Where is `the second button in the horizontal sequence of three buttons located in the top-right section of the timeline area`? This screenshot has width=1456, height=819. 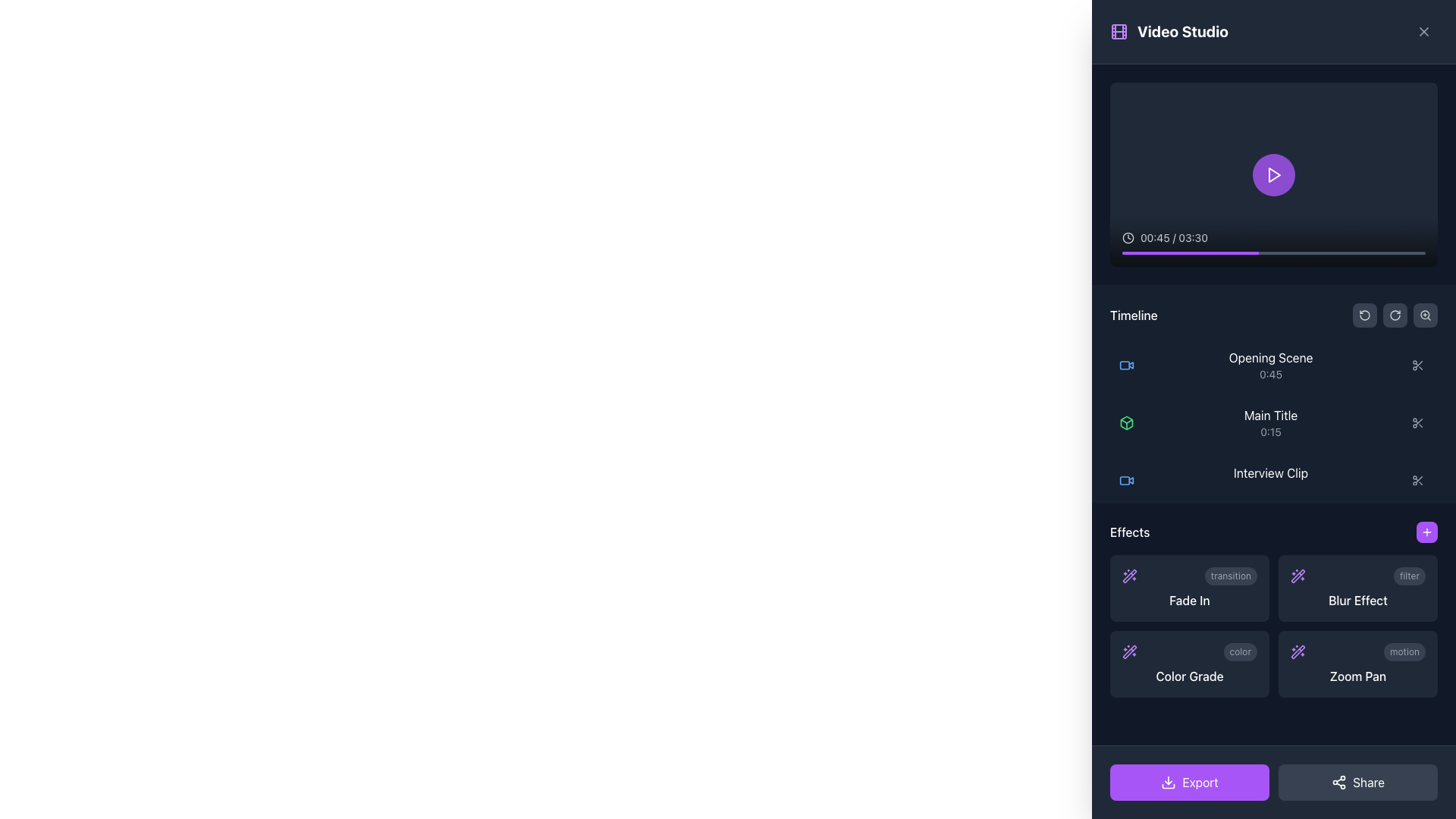 the second button in the horizontal sequence of three buttons located in the top-right section of the timeline area is located at coordinates (1395, 315).